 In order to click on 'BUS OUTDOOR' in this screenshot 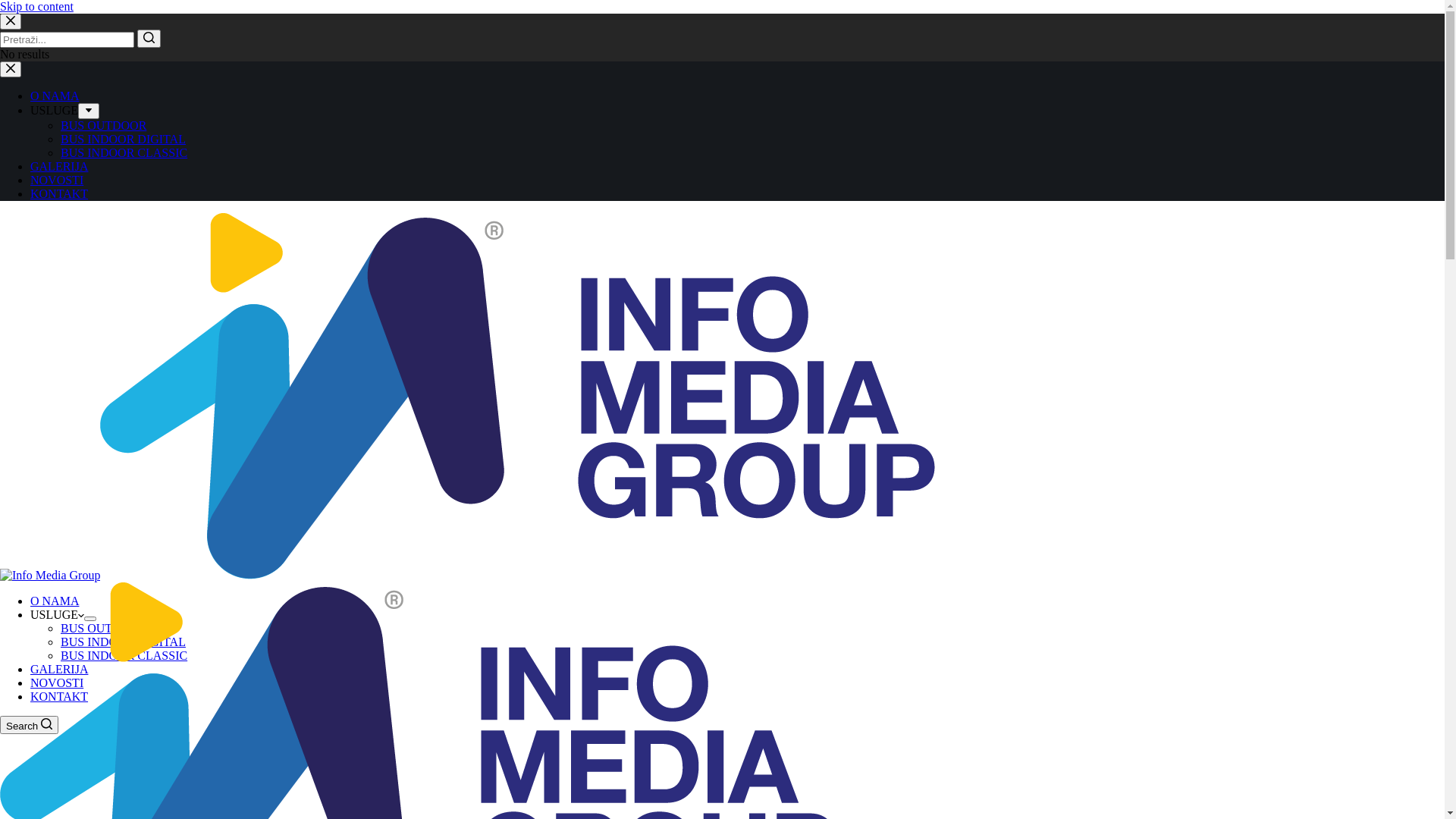, I will do `click(102, 124)`.